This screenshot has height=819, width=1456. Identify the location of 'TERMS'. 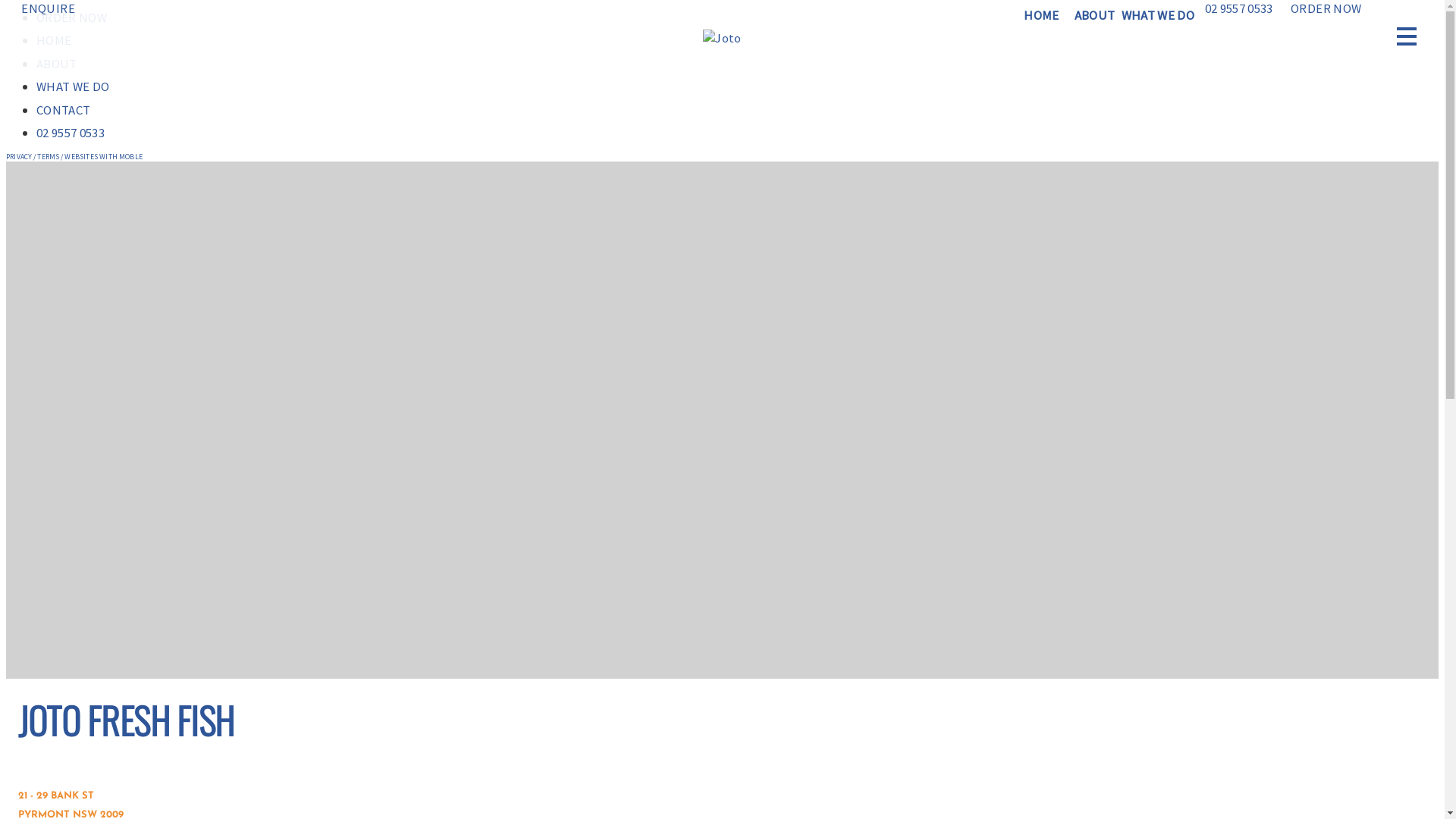
(48, 156).